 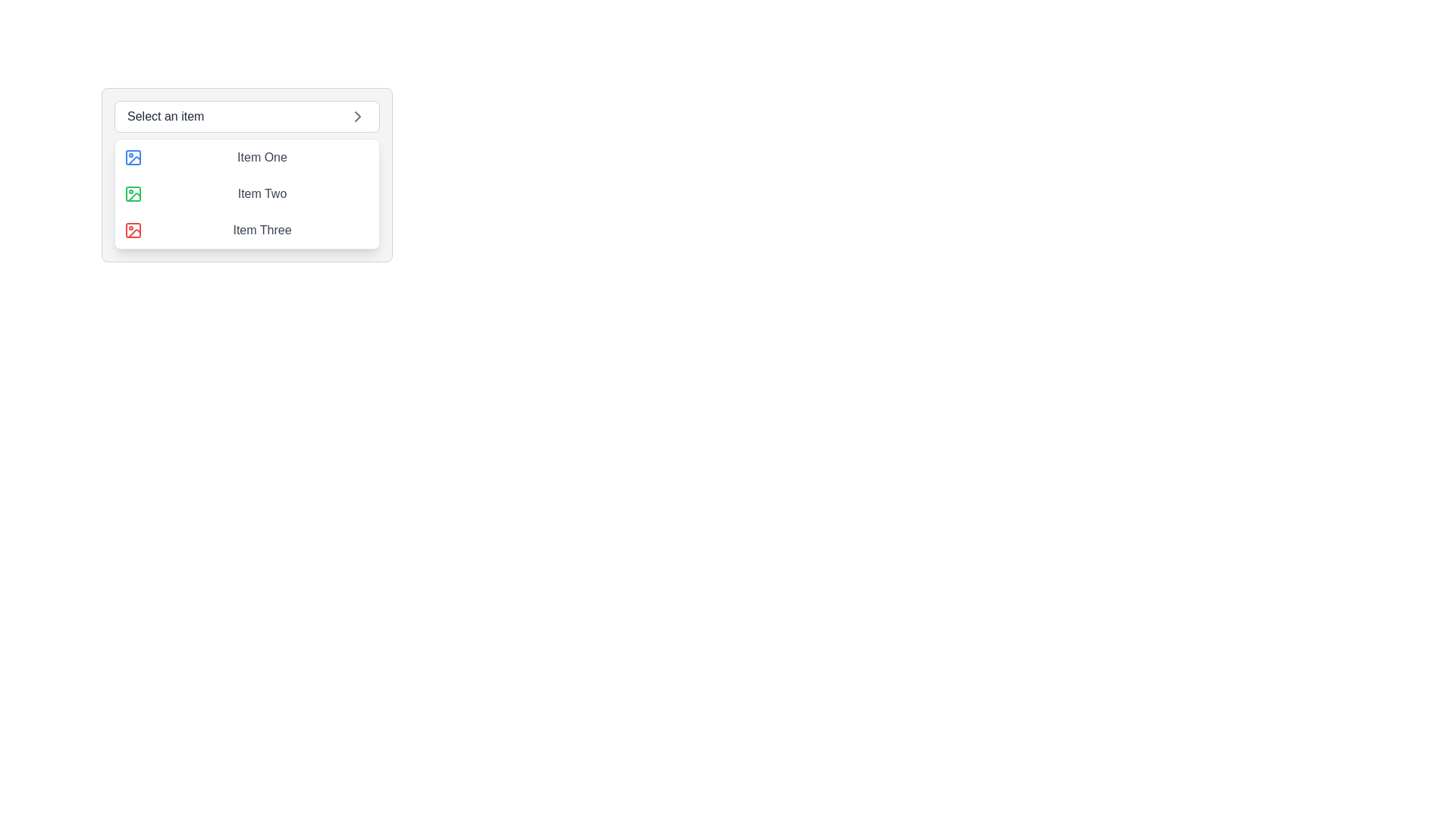 What do you see at coordinates (247, 158) in the screenshot?
I see `the first selectable option 'Item One' in the dropdown menu` at bounding box center [247, 158].